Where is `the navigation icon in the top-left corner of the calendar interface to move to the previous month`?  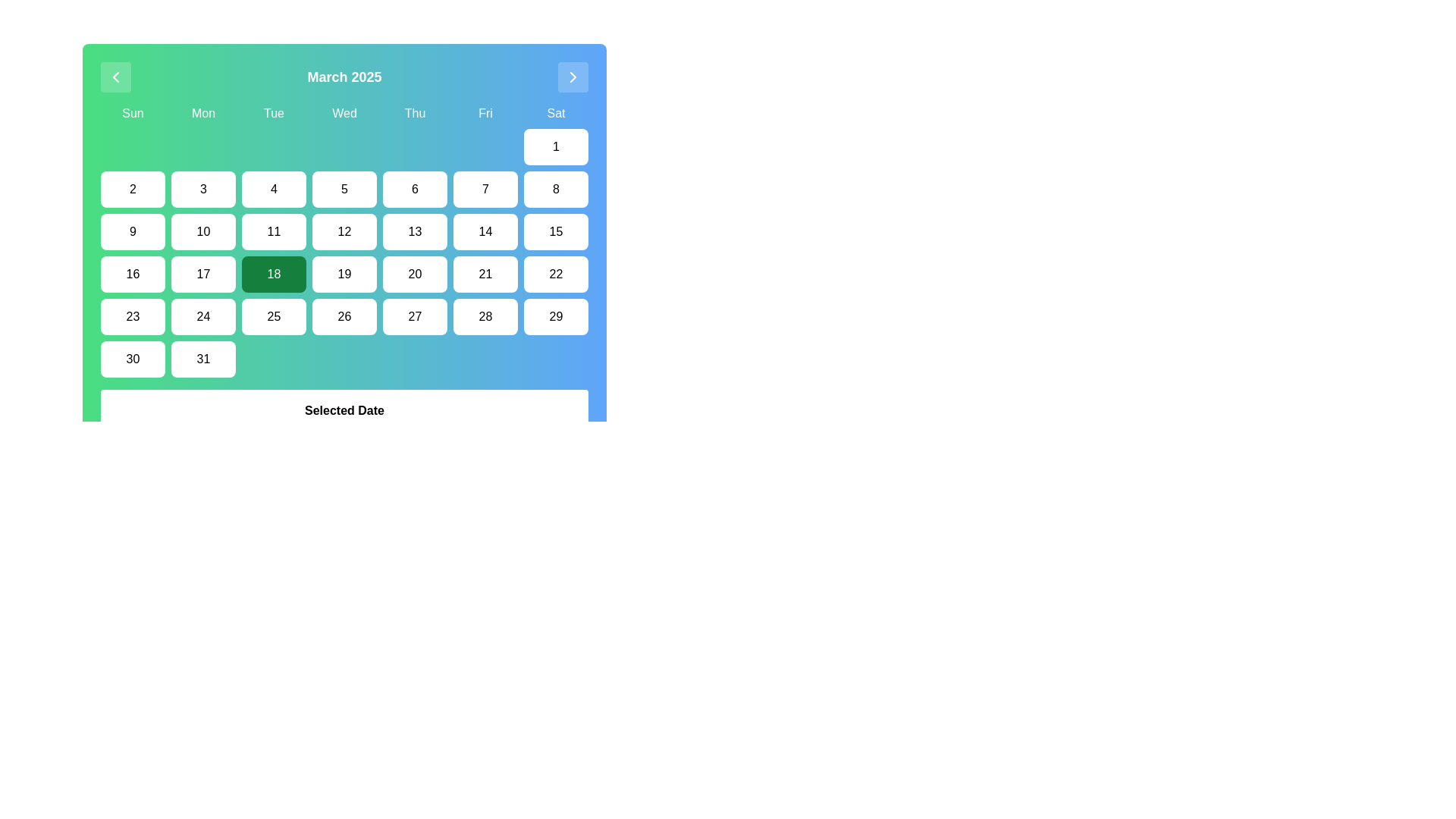
the navigation icon in the top-left corner of the calendar interface to move to the previous month is located at coordinates (115, 77).